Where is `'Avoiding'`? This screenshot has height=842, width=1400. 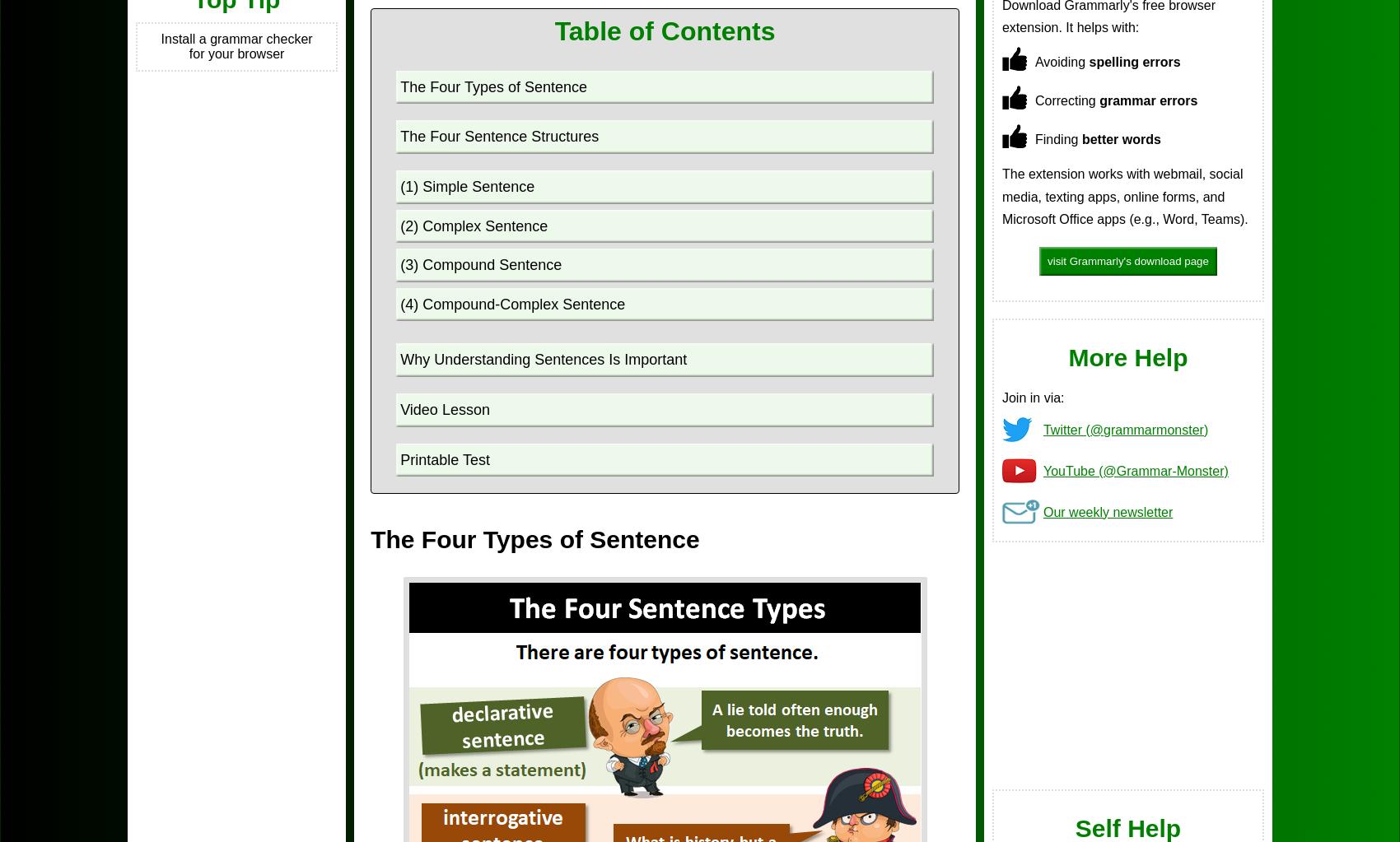
'Avoiding' is located at coordinates (1061, 61).